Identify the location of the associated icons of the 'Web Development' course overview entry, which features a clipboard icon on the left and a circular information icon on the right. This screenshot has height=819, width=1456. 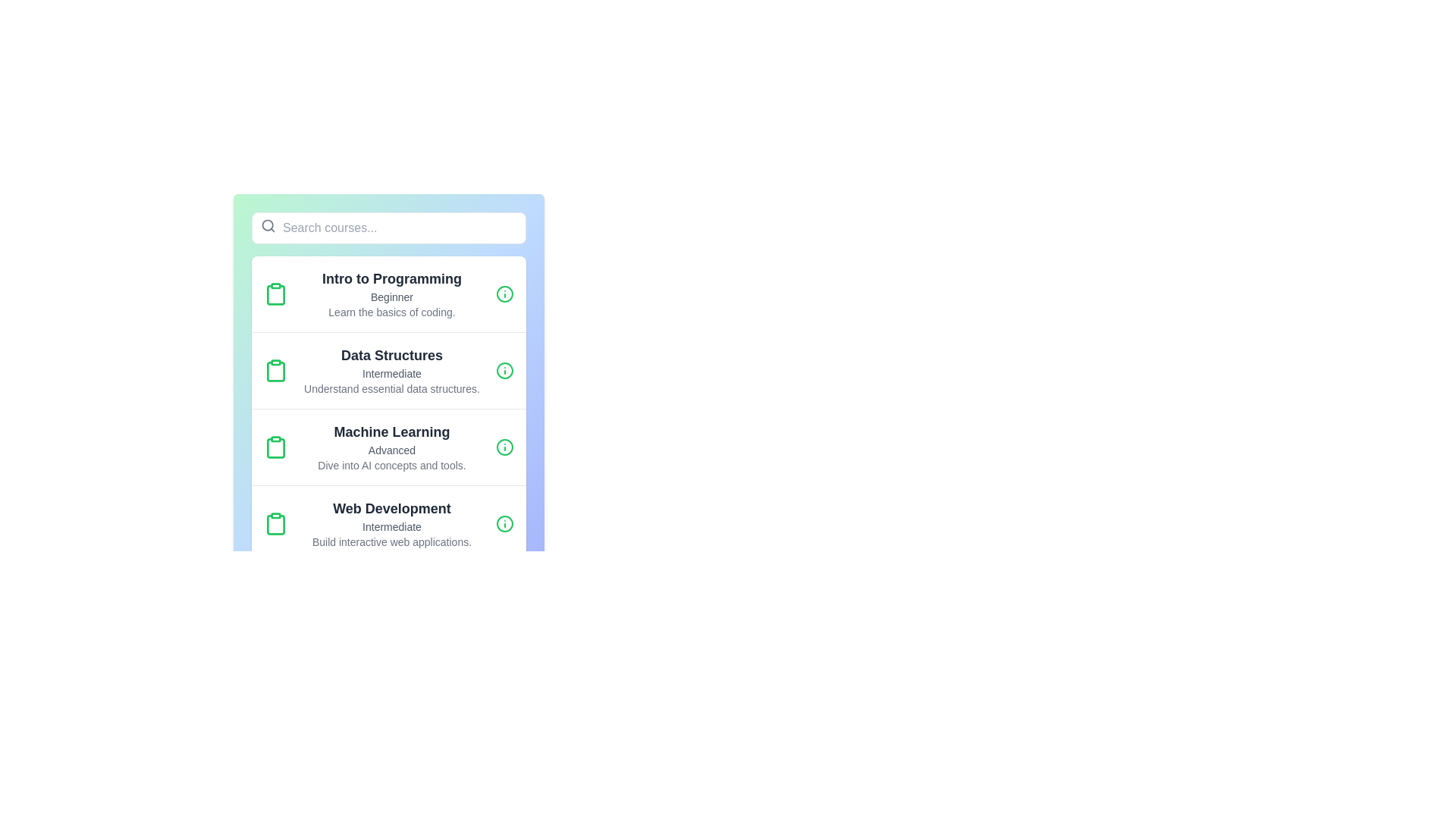
(389, 522).